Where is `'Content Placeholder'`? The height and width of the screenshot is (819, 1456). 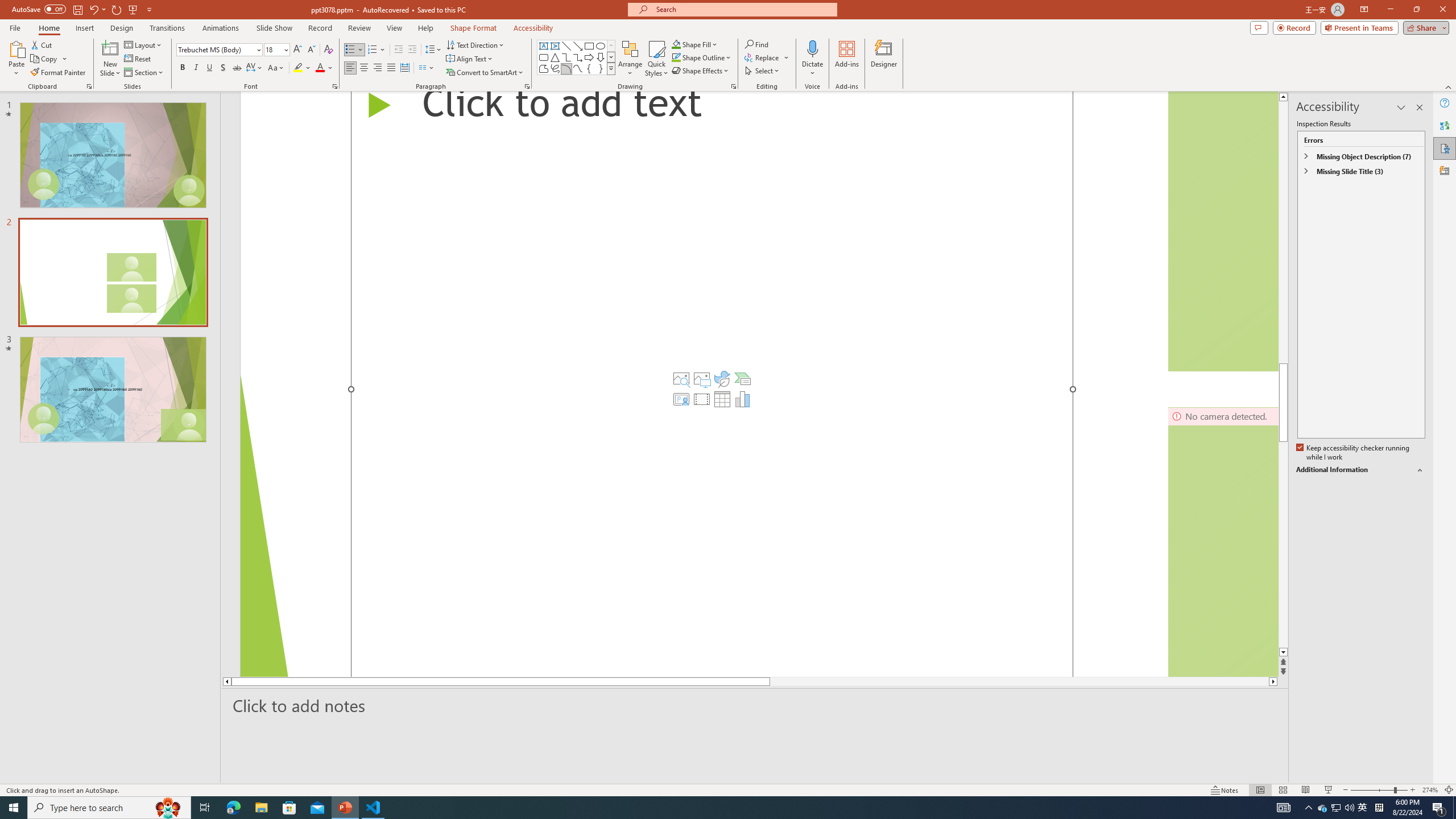 'Content Placeholder' is located at coordinates (712, 383).